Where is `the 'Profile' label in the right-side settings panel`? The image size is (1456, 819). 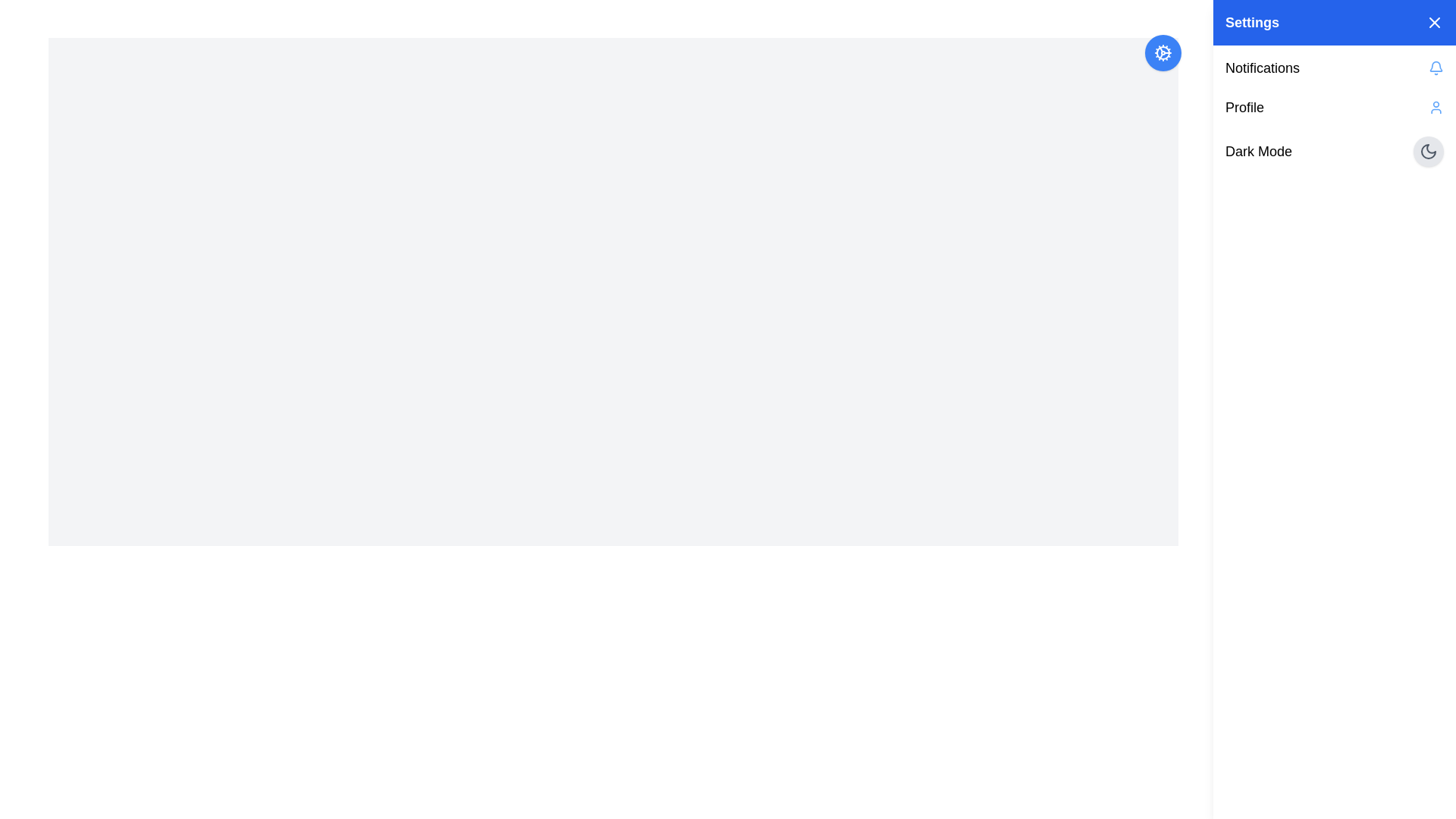 the 'Profile' label in the right-side settings panel is located at coordinates (1244, 107).